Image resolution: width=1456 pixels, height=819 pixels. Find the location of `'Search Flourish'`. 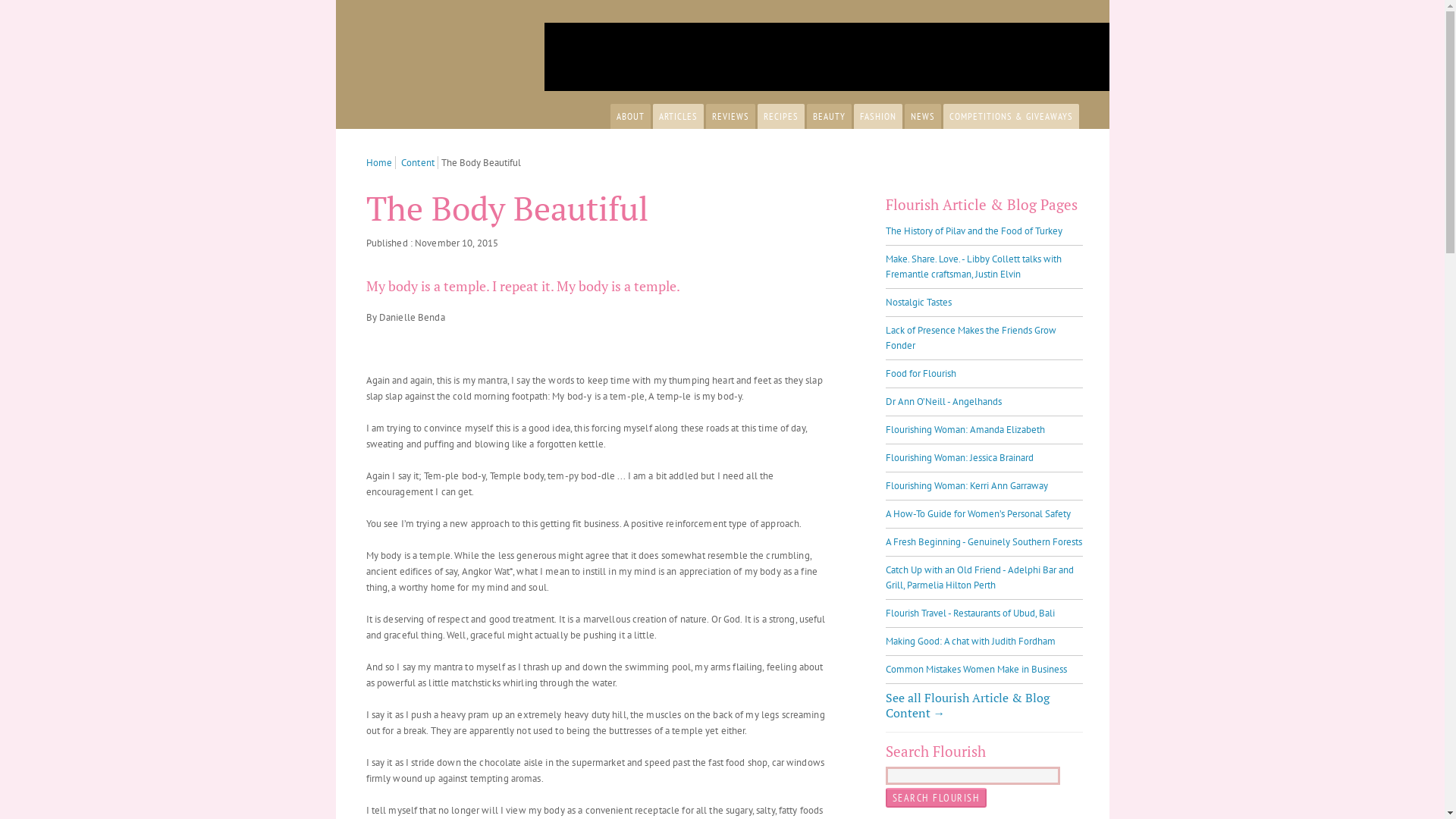

'Search Flourish' is located at coordinates (935, 797).